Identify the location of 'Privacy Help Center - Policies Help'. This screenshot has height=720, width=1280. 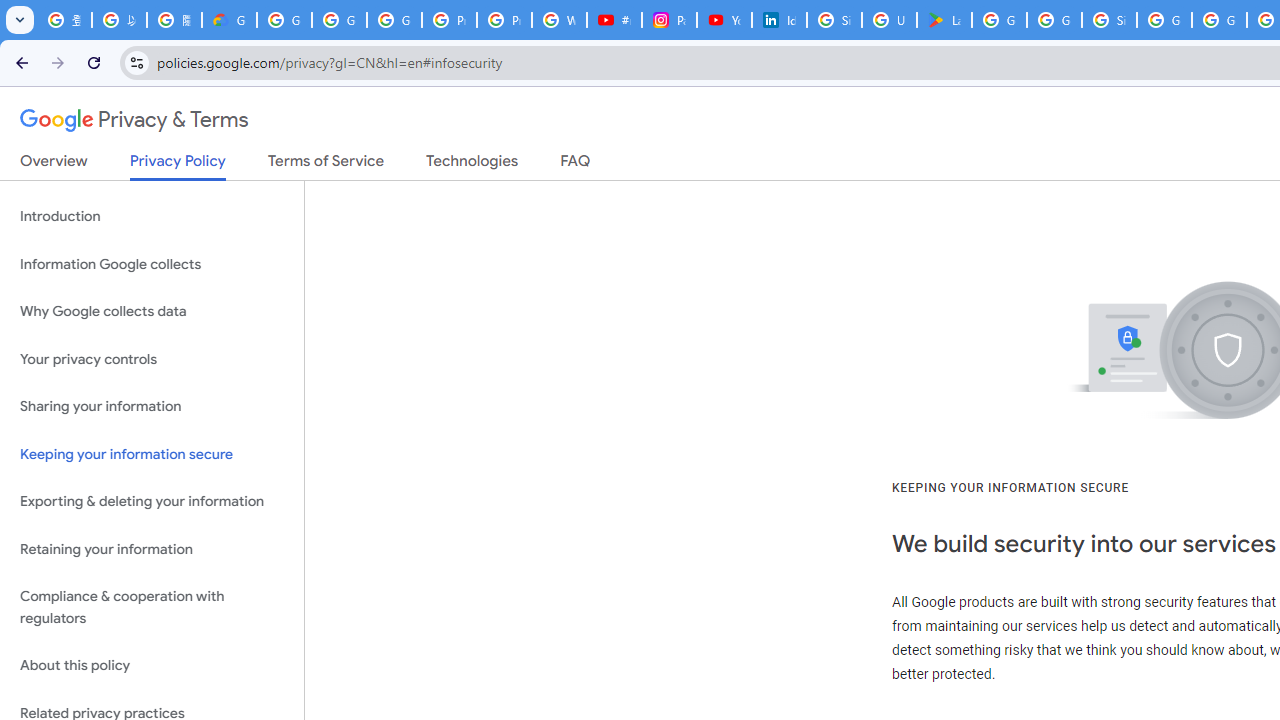
(504, 20).